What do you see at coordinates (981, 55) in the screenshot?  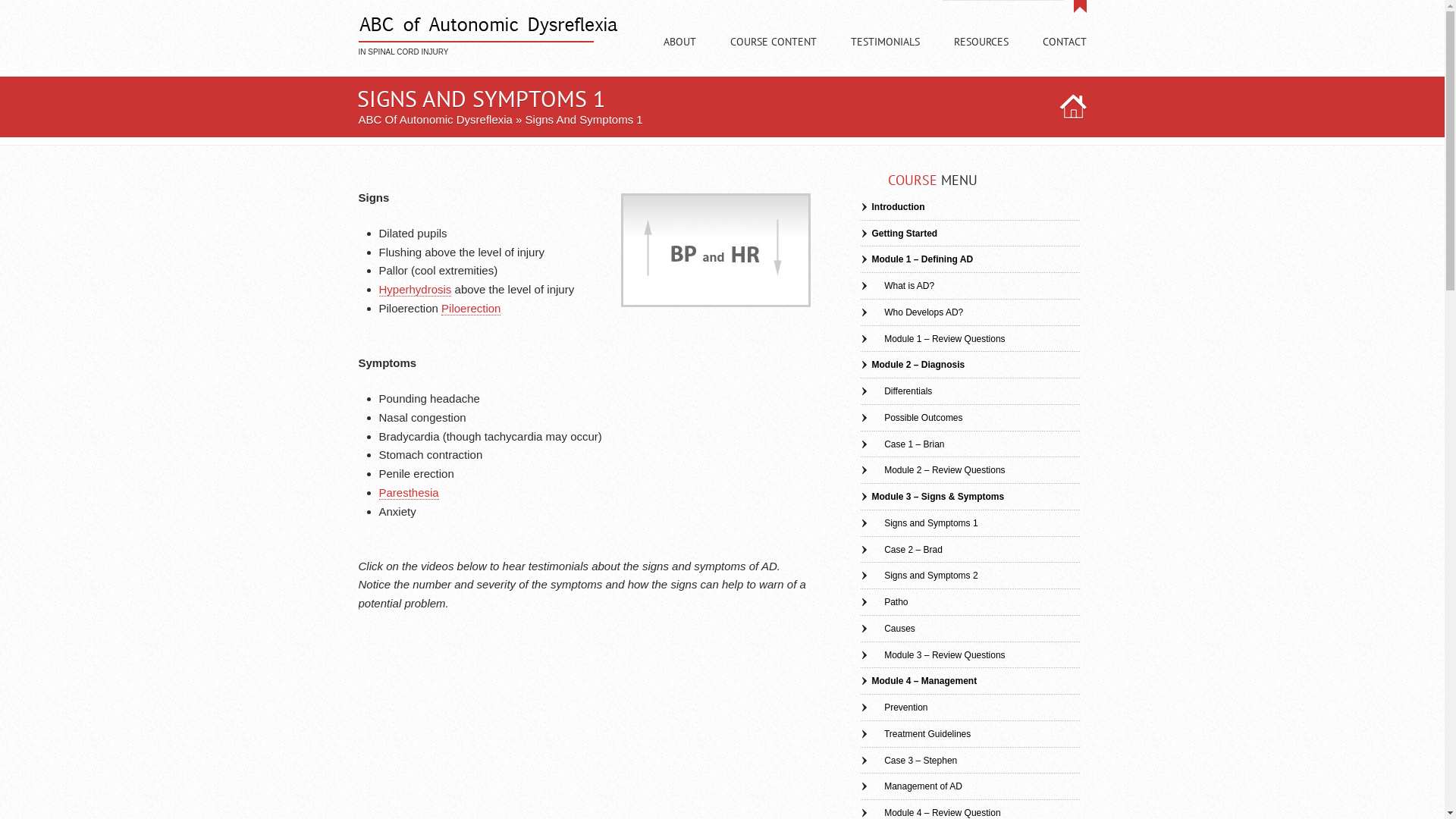 I see `'RESOURCES'` at bounding box center [981, 55].